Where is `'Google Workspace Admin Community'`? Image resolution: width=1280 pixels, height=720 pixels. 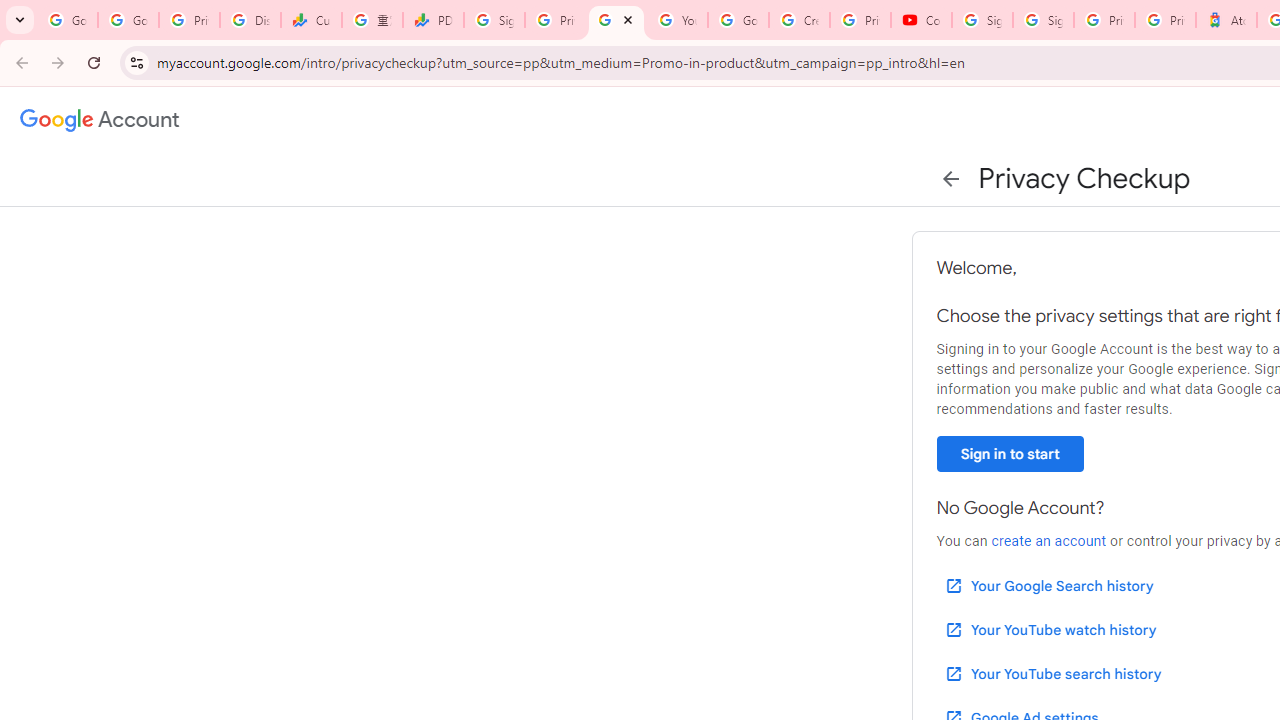
'Google Workspace Admin Community' is located at coordinates (67, 20).